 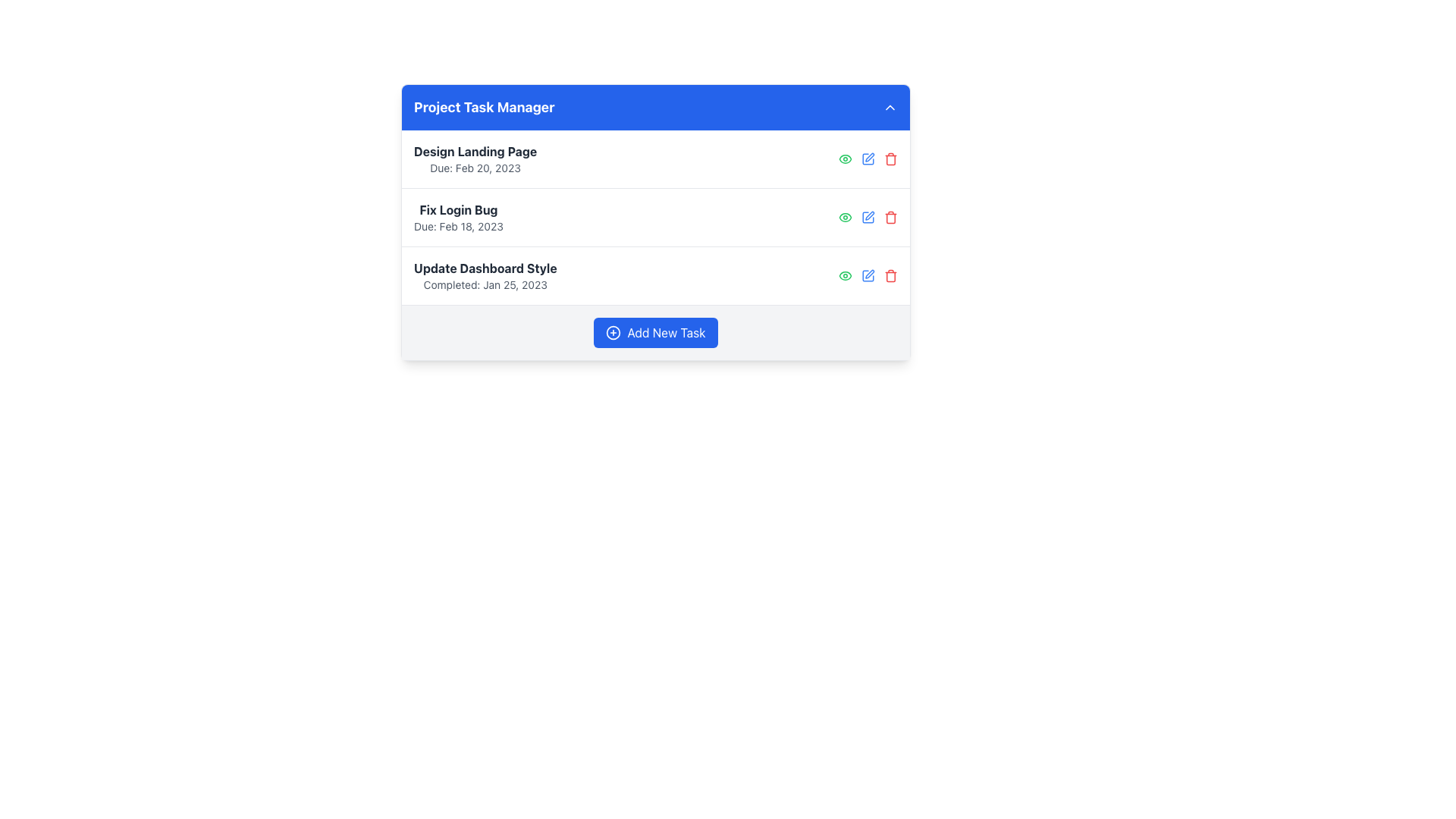 I want to click on title text label that is positioned at the top of the task list, directly above the 'Due: Feb 20, 2023' text, so click(x=475, y=152).